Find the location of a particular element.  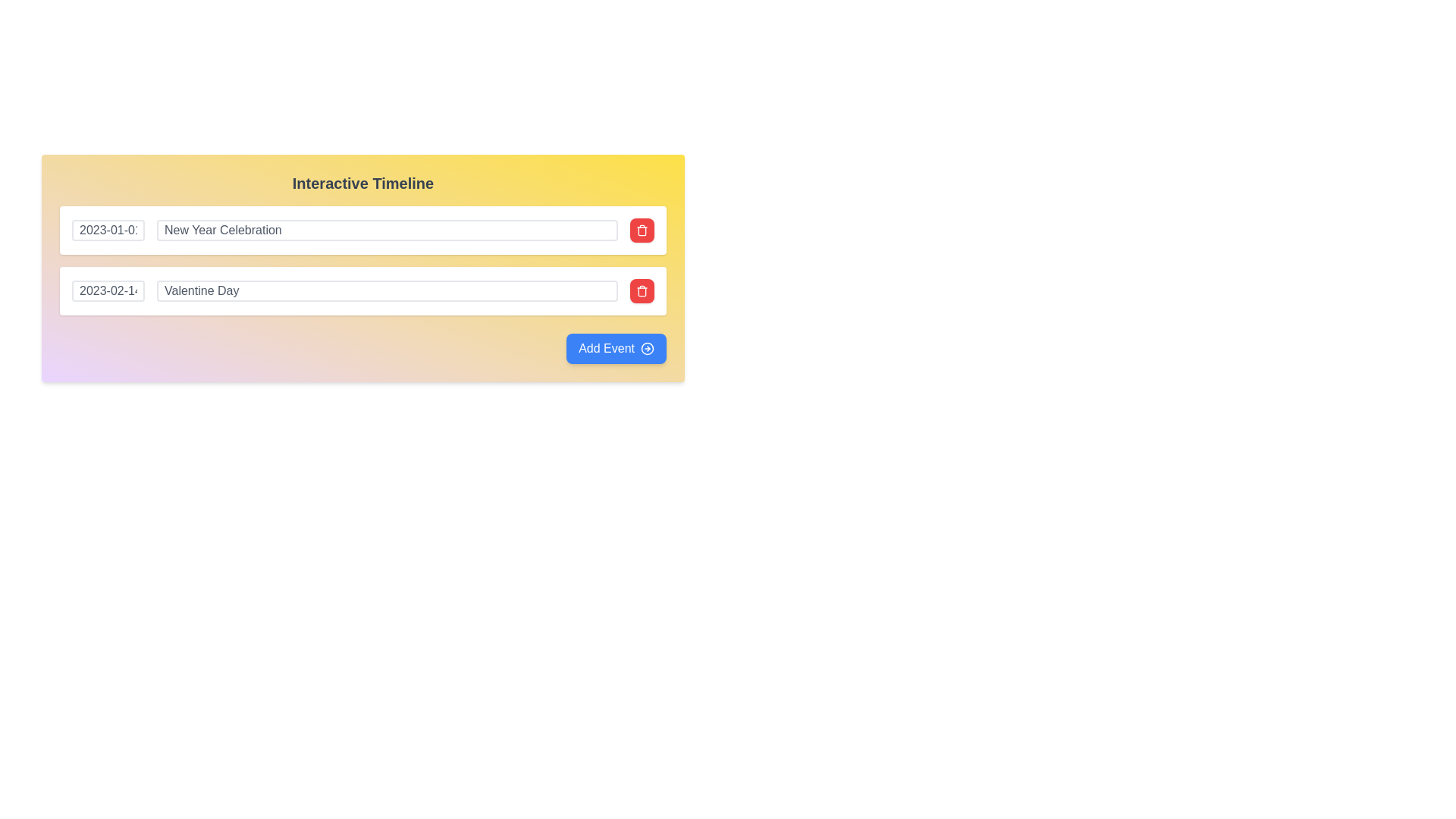

the red rectangular button with a white trash can icon located at the far-right end of the second row is located at coordinates (642, 291).